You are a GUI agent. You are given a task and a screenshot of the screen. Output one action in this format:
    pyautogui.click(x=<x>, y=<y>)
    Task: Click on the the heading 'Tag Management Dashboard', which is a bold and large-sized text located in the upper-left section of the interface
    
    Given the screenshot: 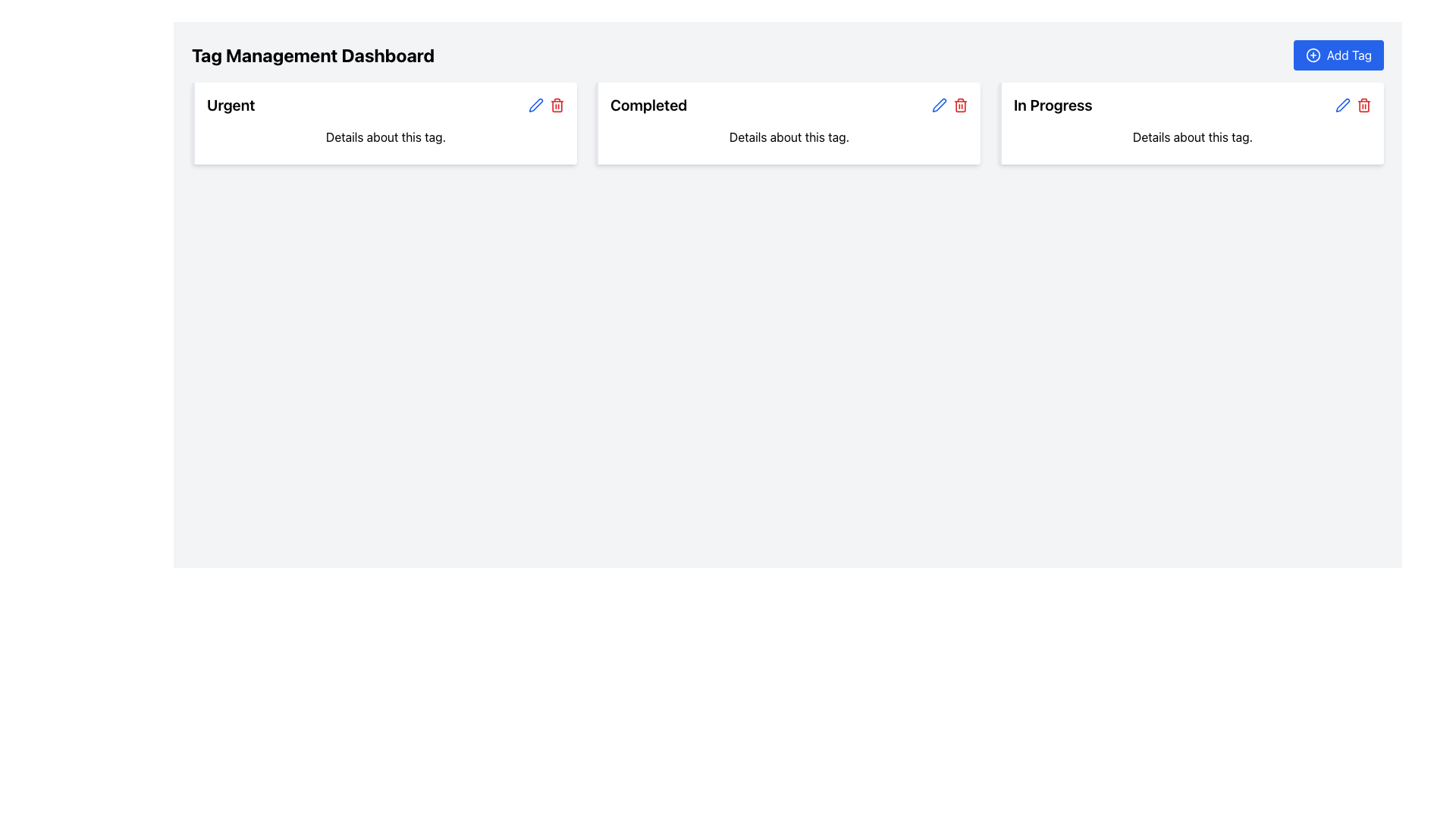 What is the action you would take?
    pyautogui.click(x=312, y=55)
    